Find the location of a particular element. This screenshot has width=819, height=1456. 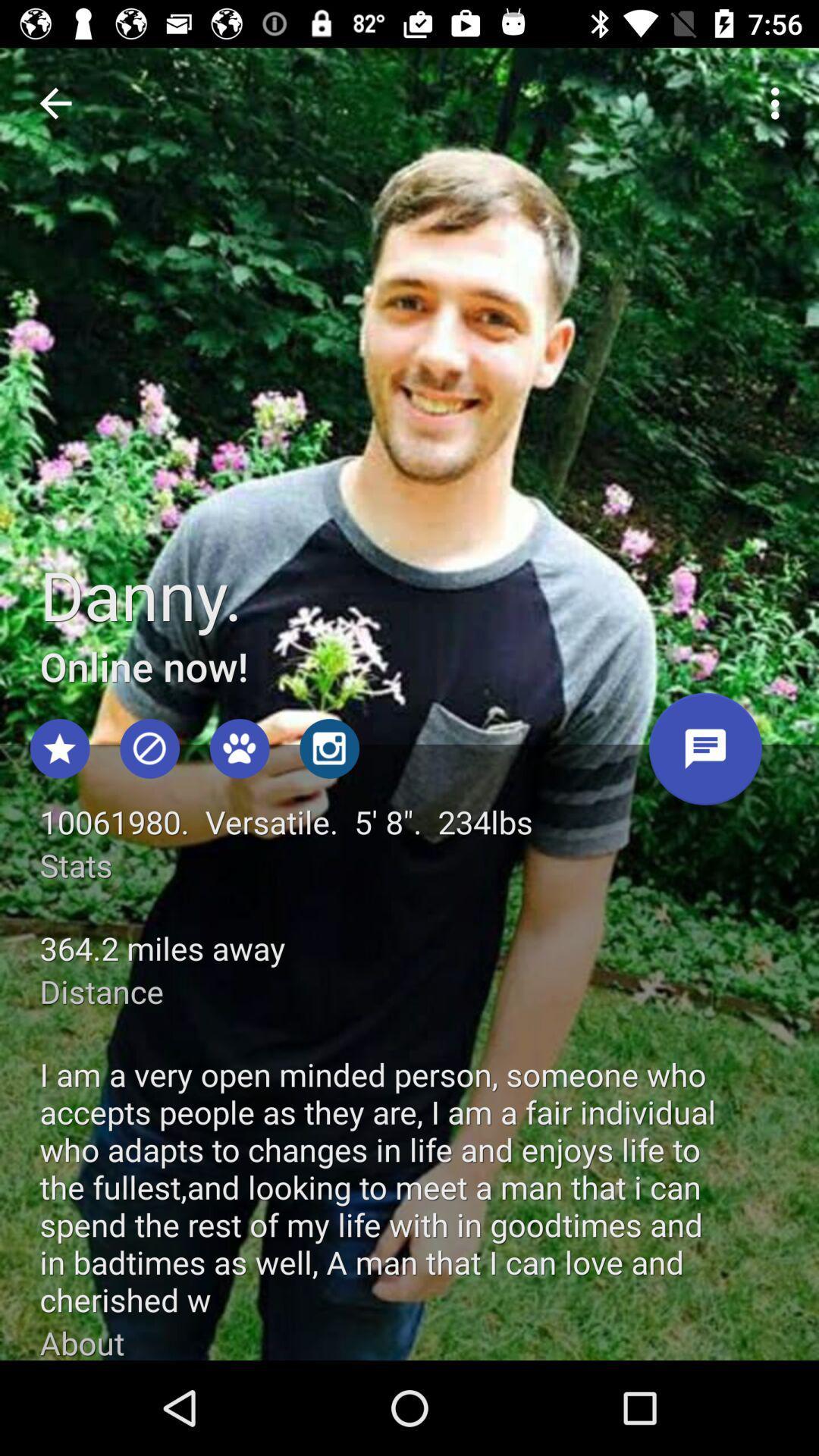

the chat icon is located at coordinates (705, 755).